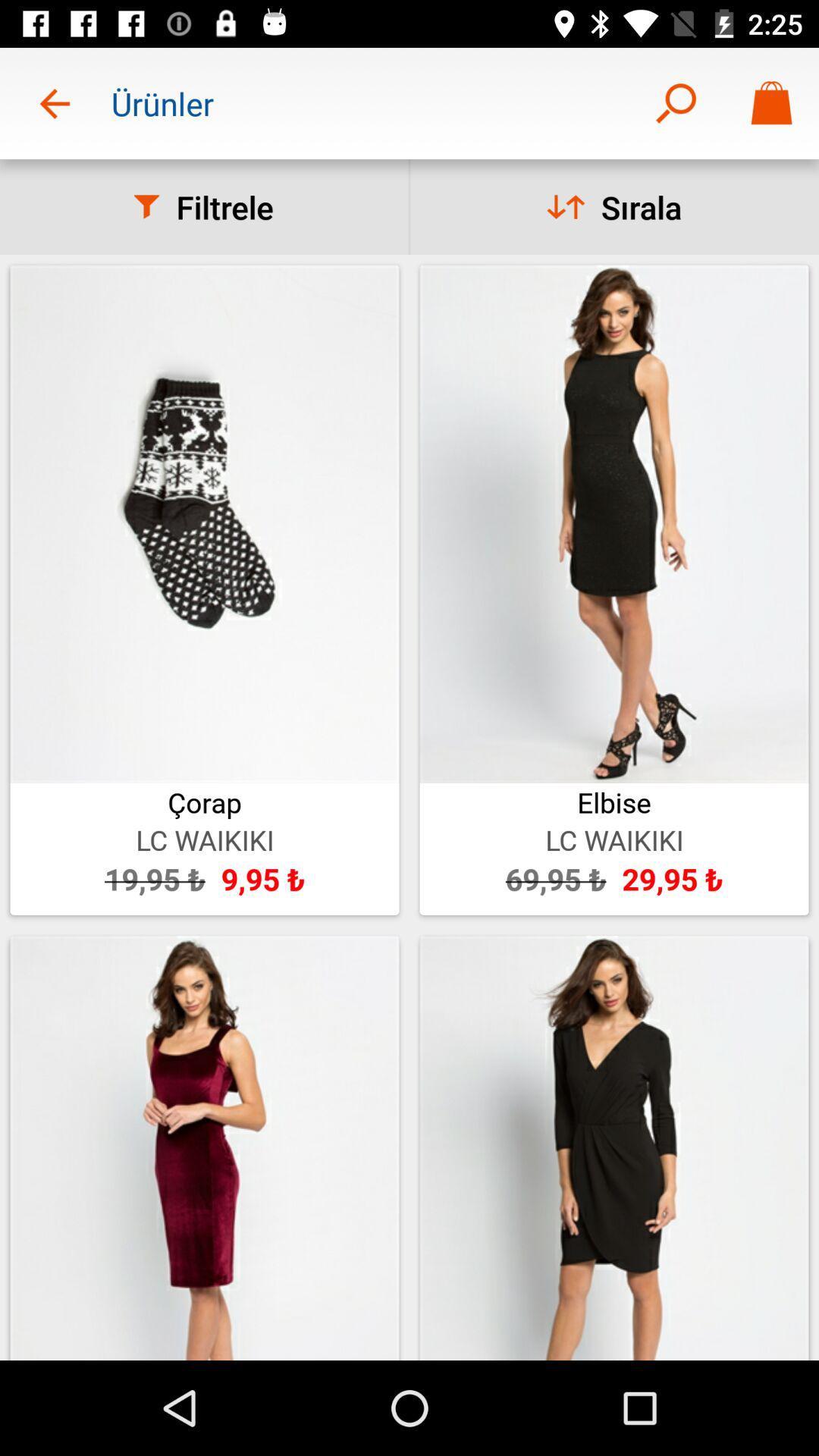 The image size is (819, 1456). Describe the element at coordinates (205, 1147) in the screenshot. I see `image above back button` at that location.